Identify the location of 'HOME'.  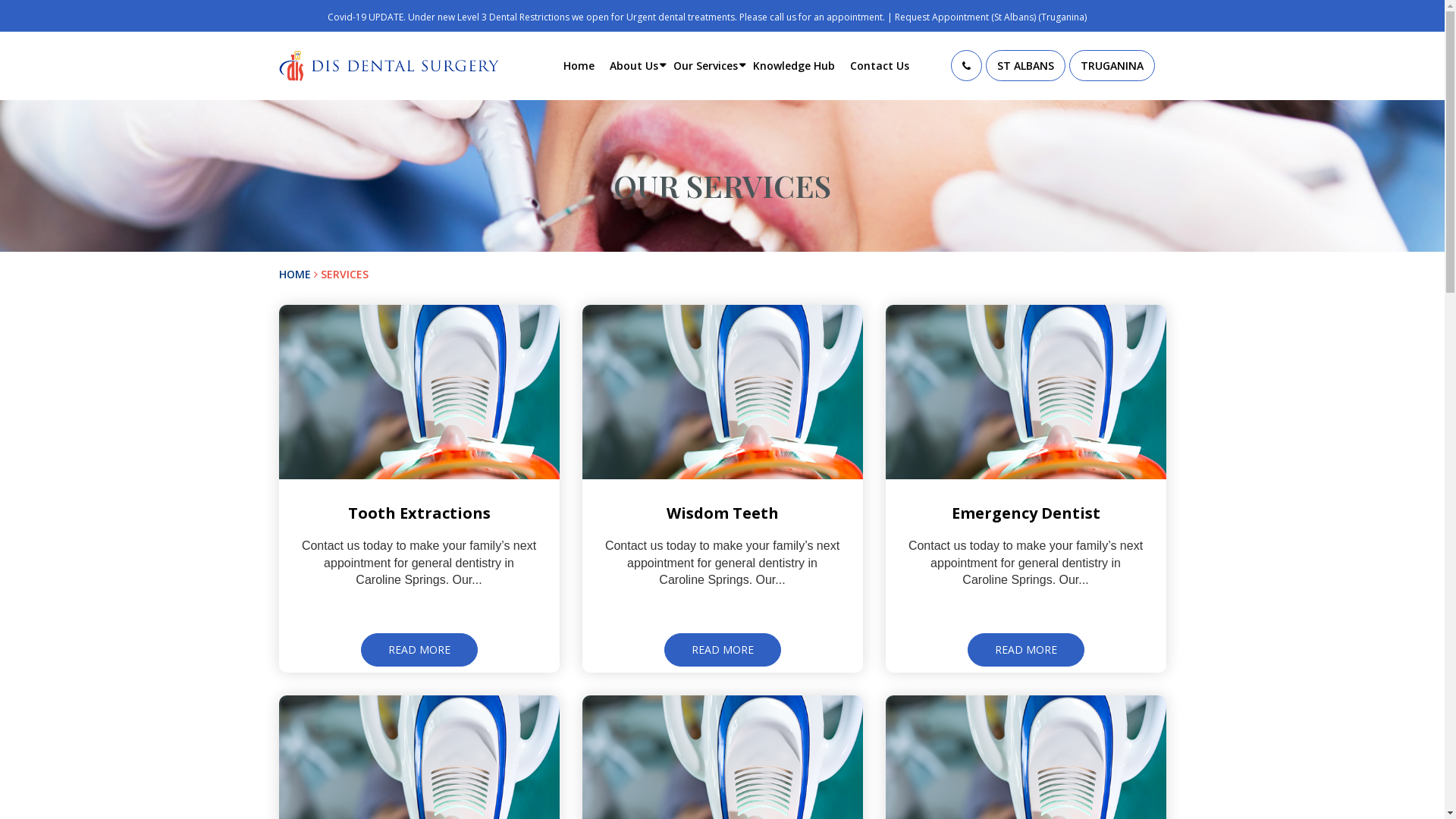
(294, 274).